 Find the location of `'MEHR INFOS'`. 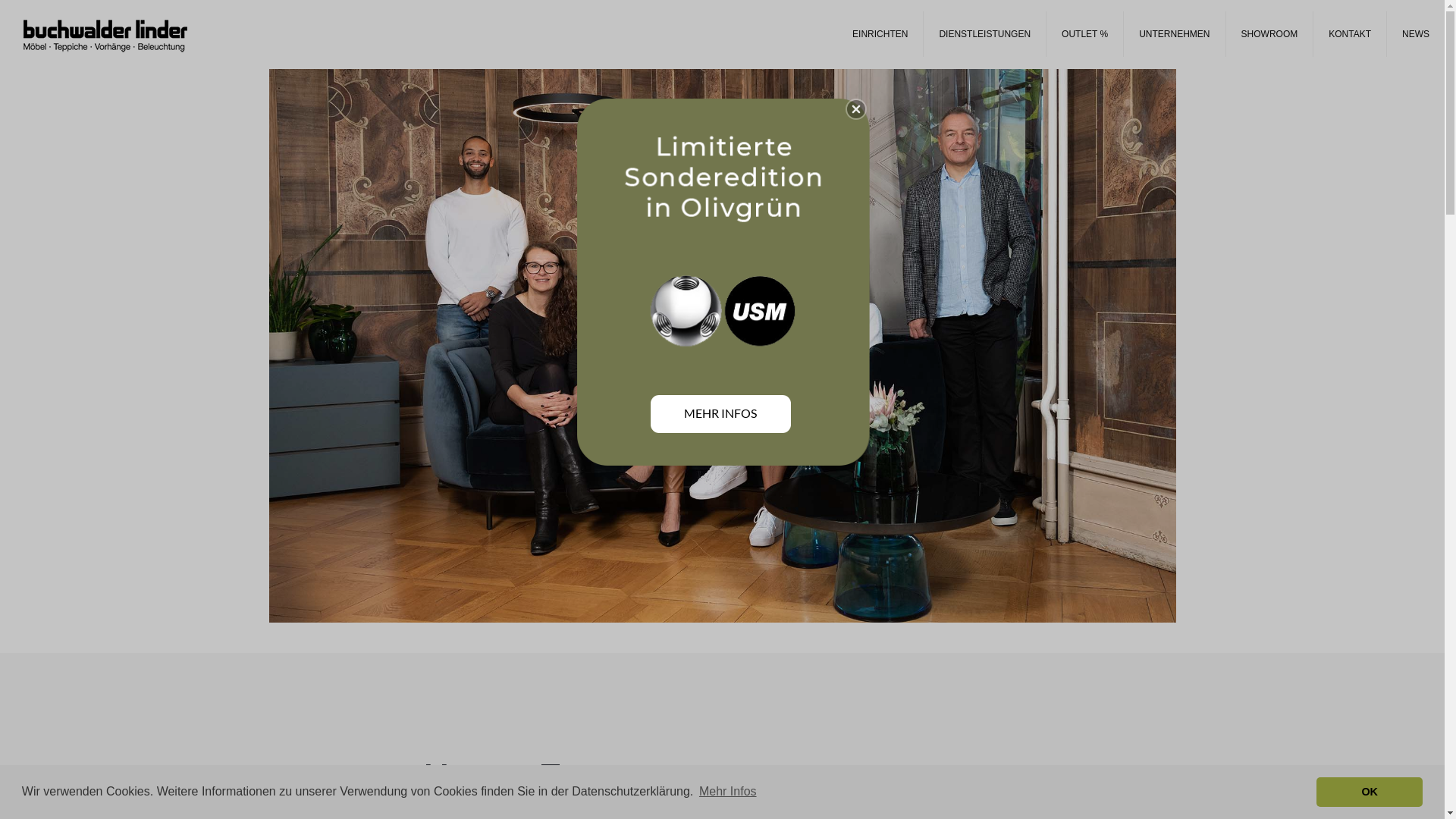

'MEHR INFOS' is located at coordinates (720, 414).